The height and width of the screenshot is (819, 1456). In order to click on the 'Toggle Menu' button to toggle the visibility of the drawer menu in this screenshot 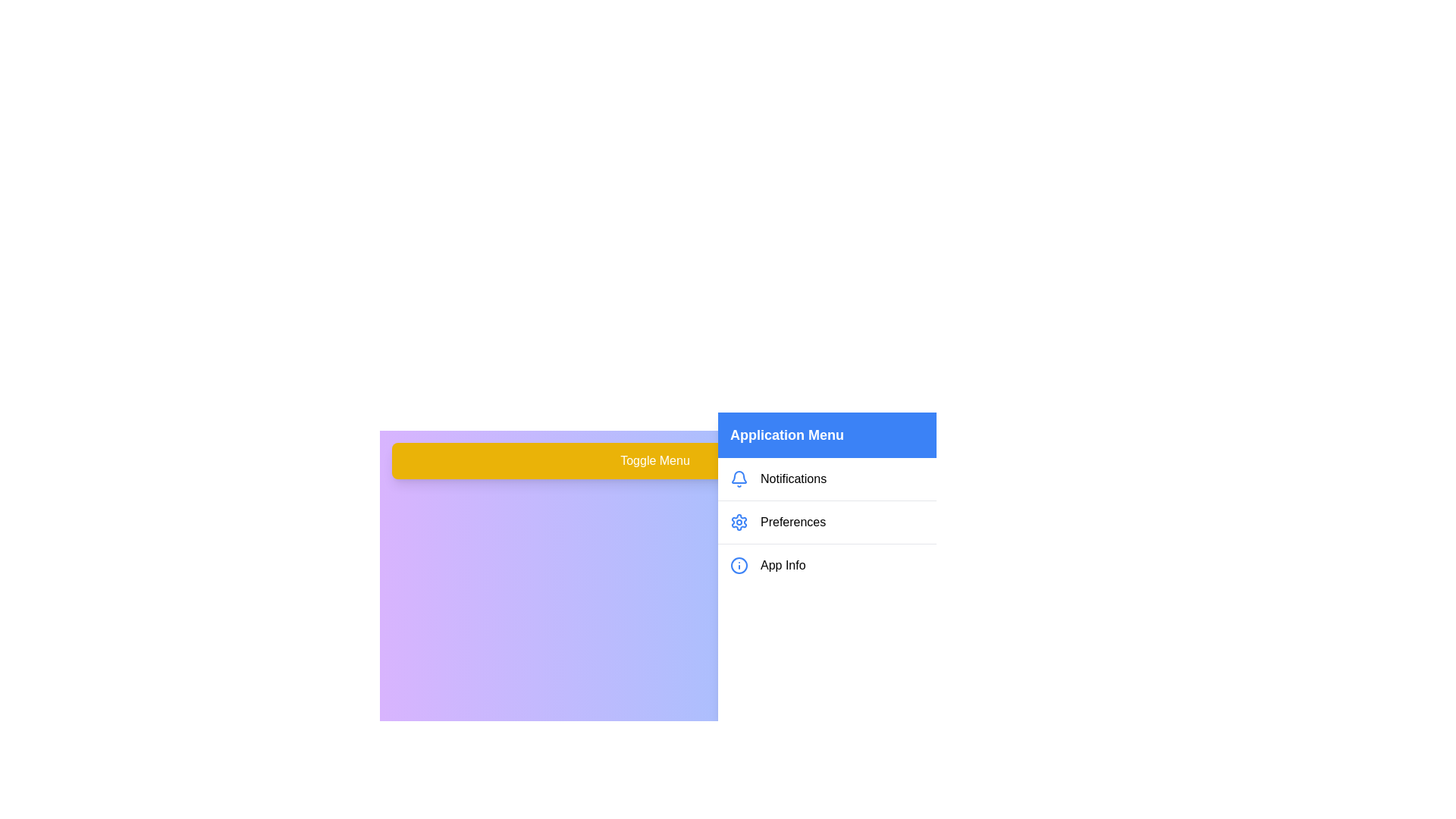, I will do `click(655, 460)`.